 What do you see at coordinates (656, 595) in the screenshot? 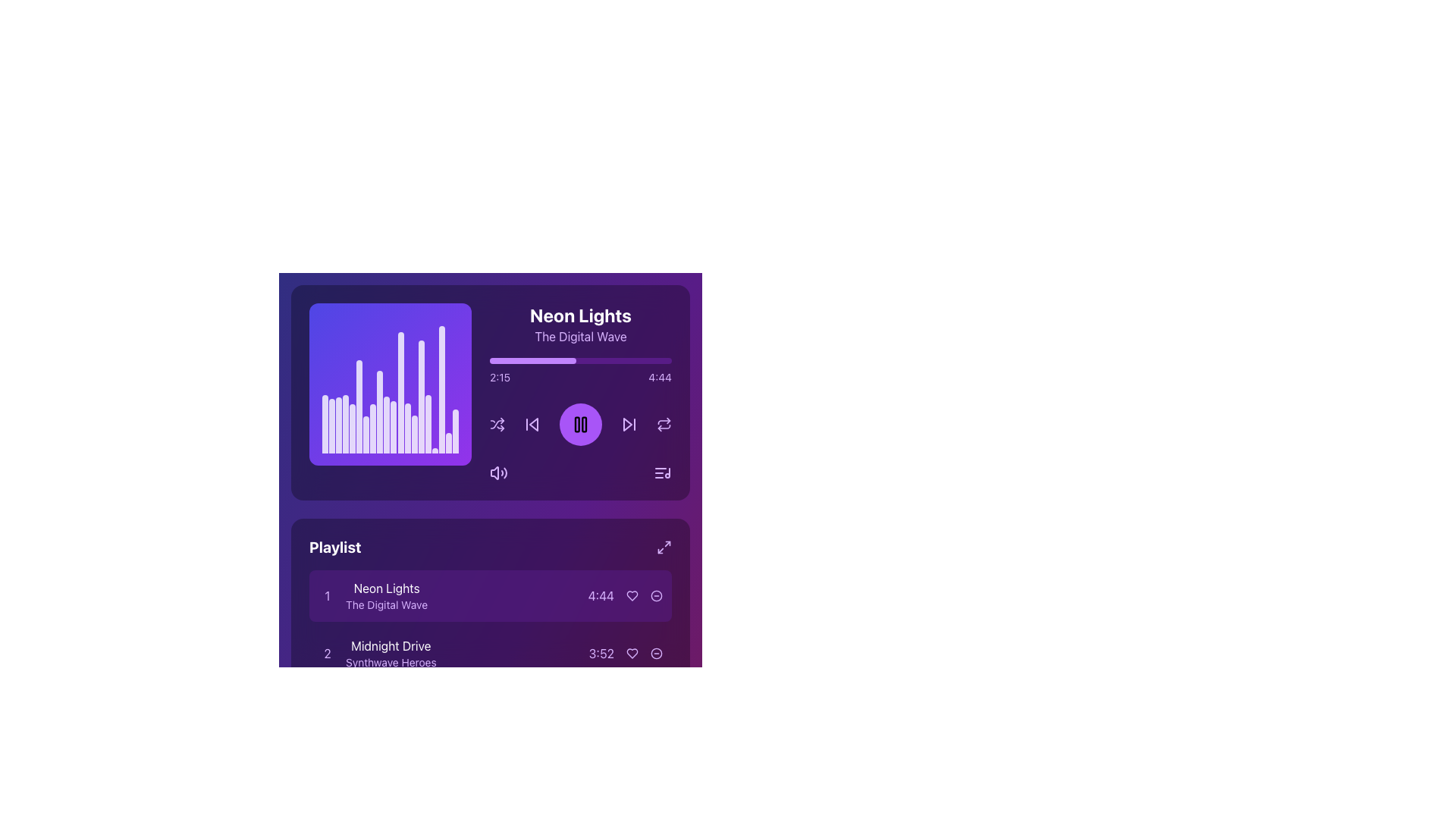
I see `the interactive icon button located in the last column of the playlist row for the song 'Neon Lights'` at bounding box center [656, 595].